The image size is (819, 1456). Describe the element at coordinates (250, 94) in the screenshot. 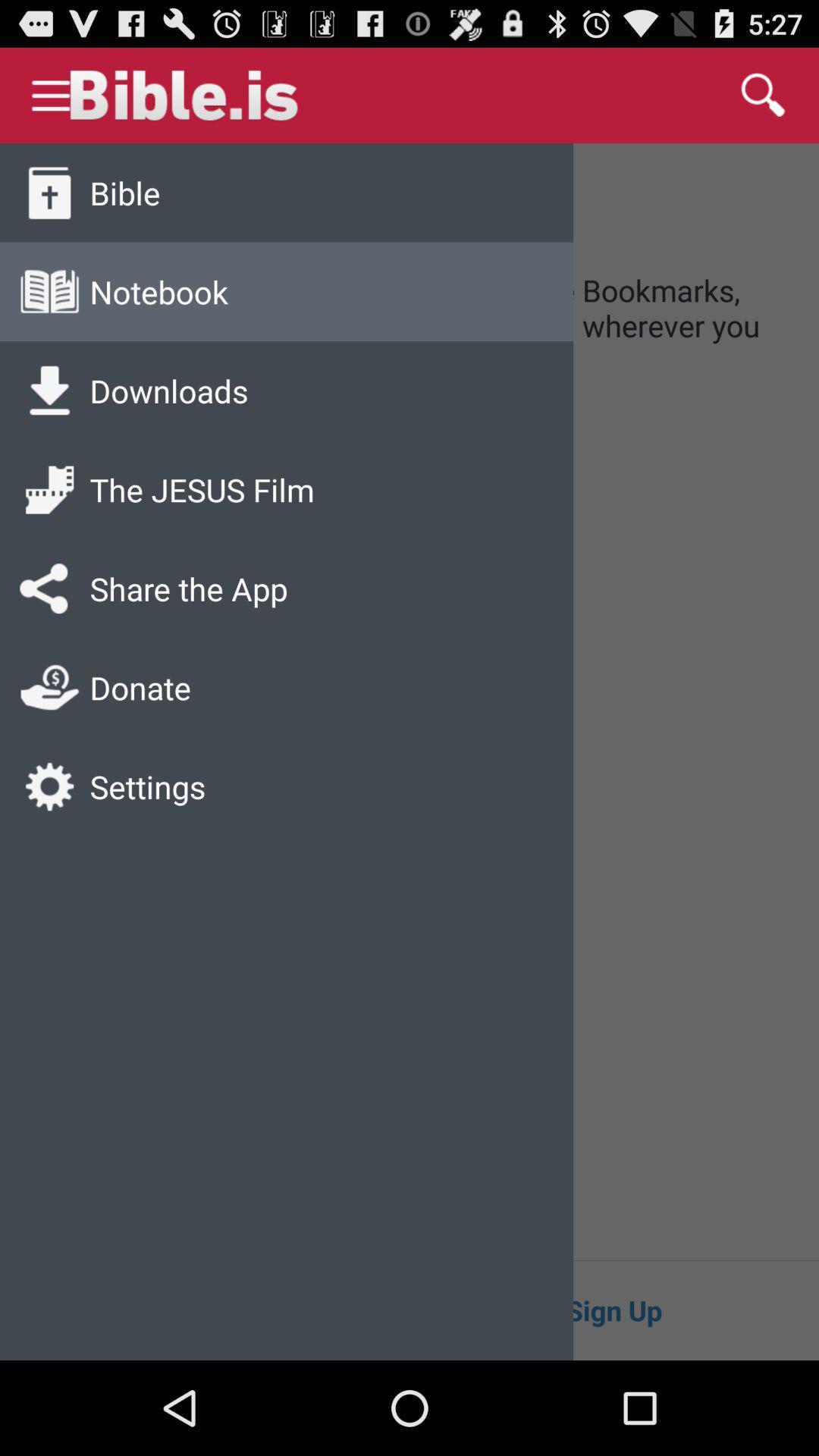

I see `bibleis` at that location.